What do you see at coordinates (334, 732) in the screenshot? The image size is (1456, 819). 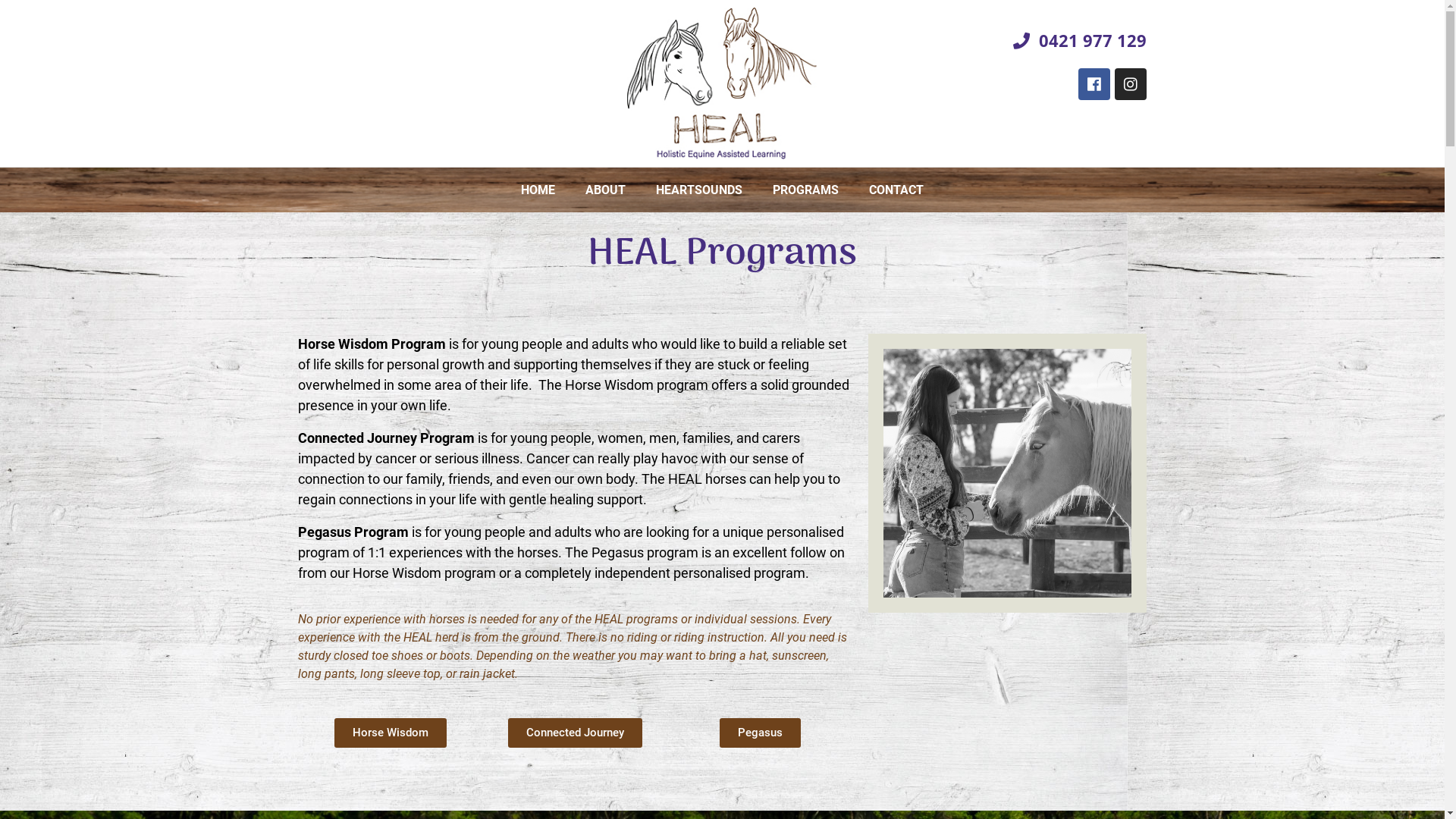 I see `'Horse Wisdom'` at bounding box center [334, 732].